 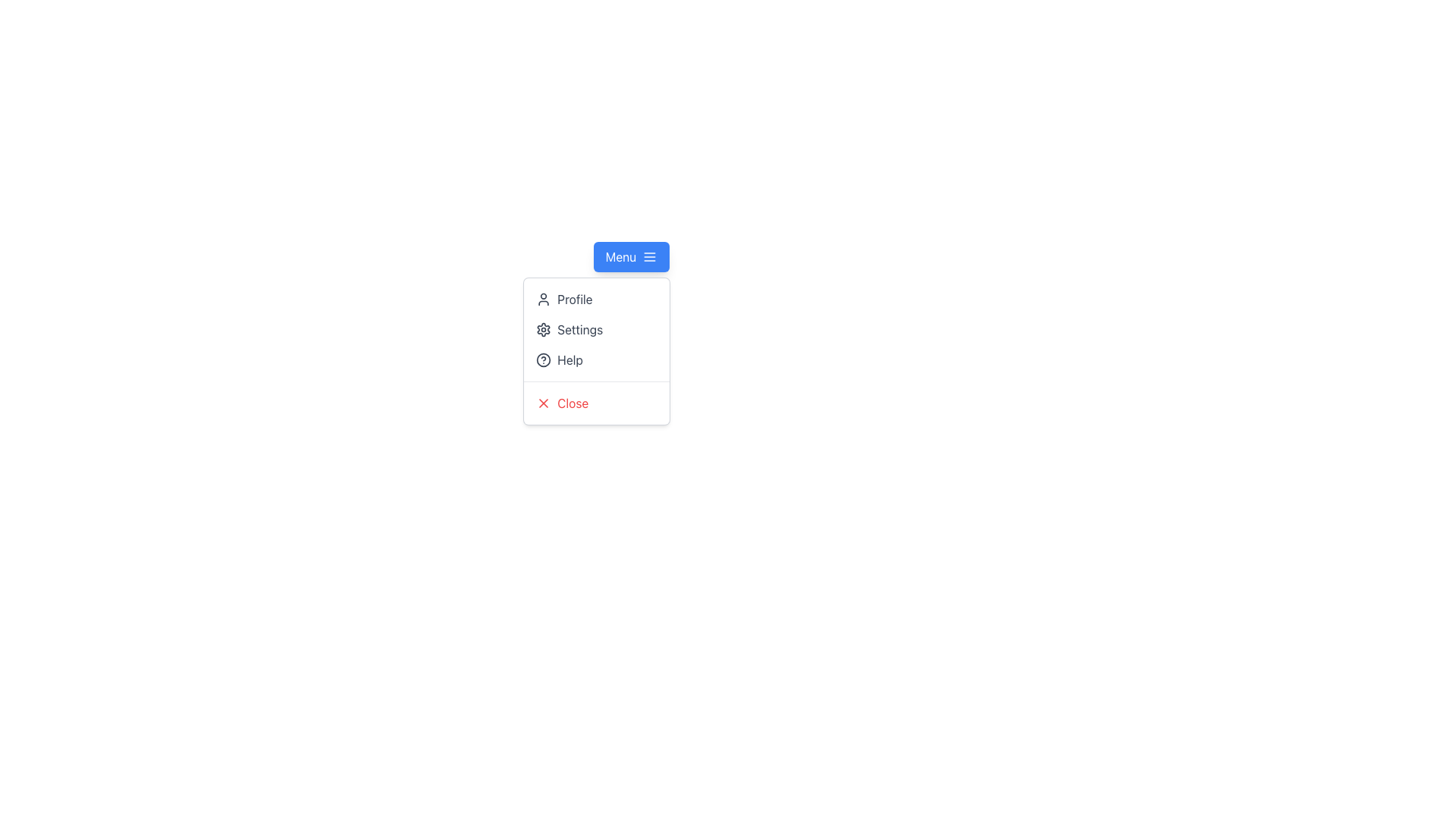 I want to click on the visual separator in the dropdown menu located underneath the 'Help' item and above the 'Close' item, so click(x=596, y=381).